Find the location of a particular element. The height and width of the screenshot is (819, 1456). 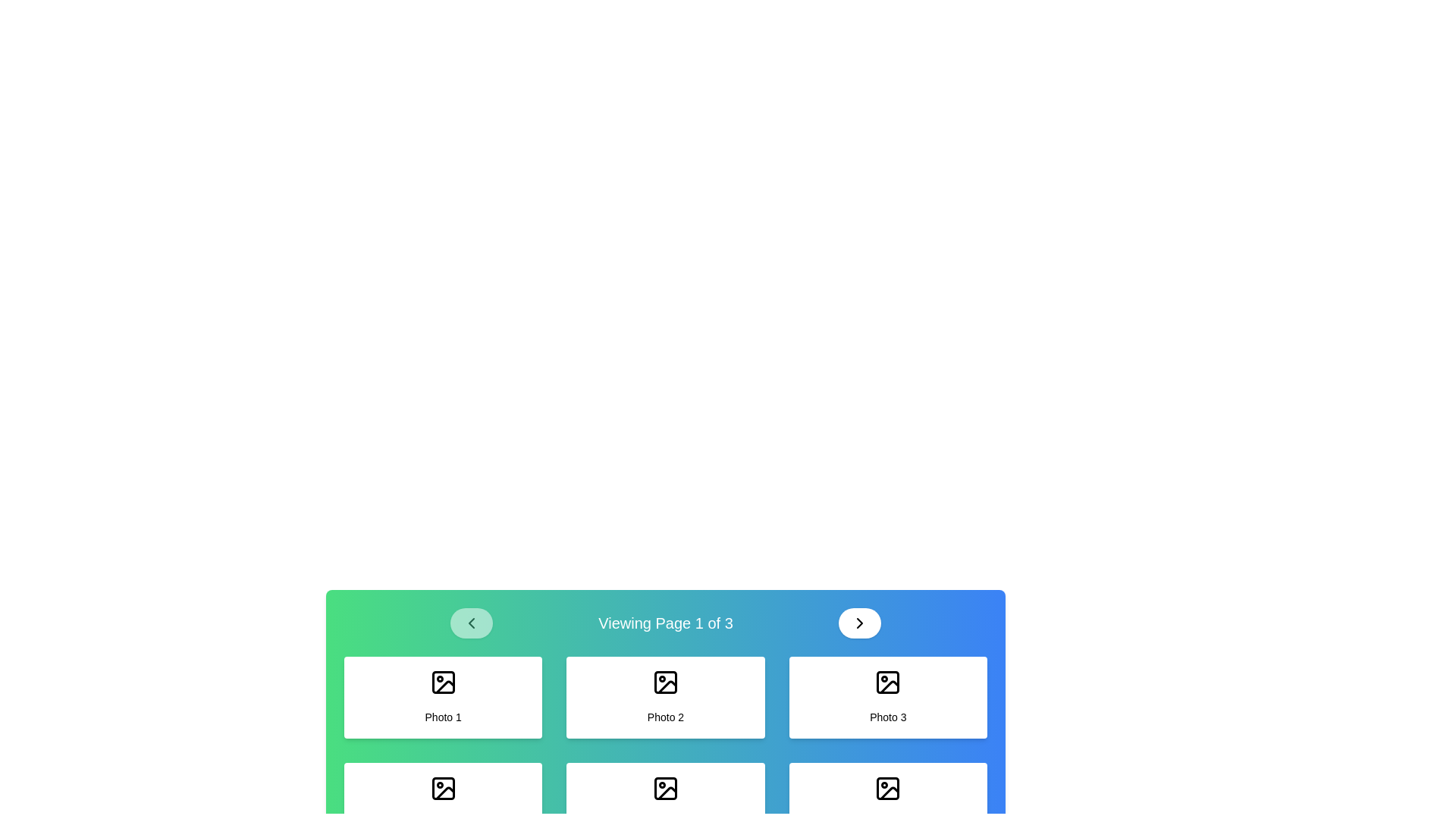

the third Image Placeholder Card in the grid layout, located at the top-right section, which represents a photo and descriptive text is located at coordinates (888, 698).